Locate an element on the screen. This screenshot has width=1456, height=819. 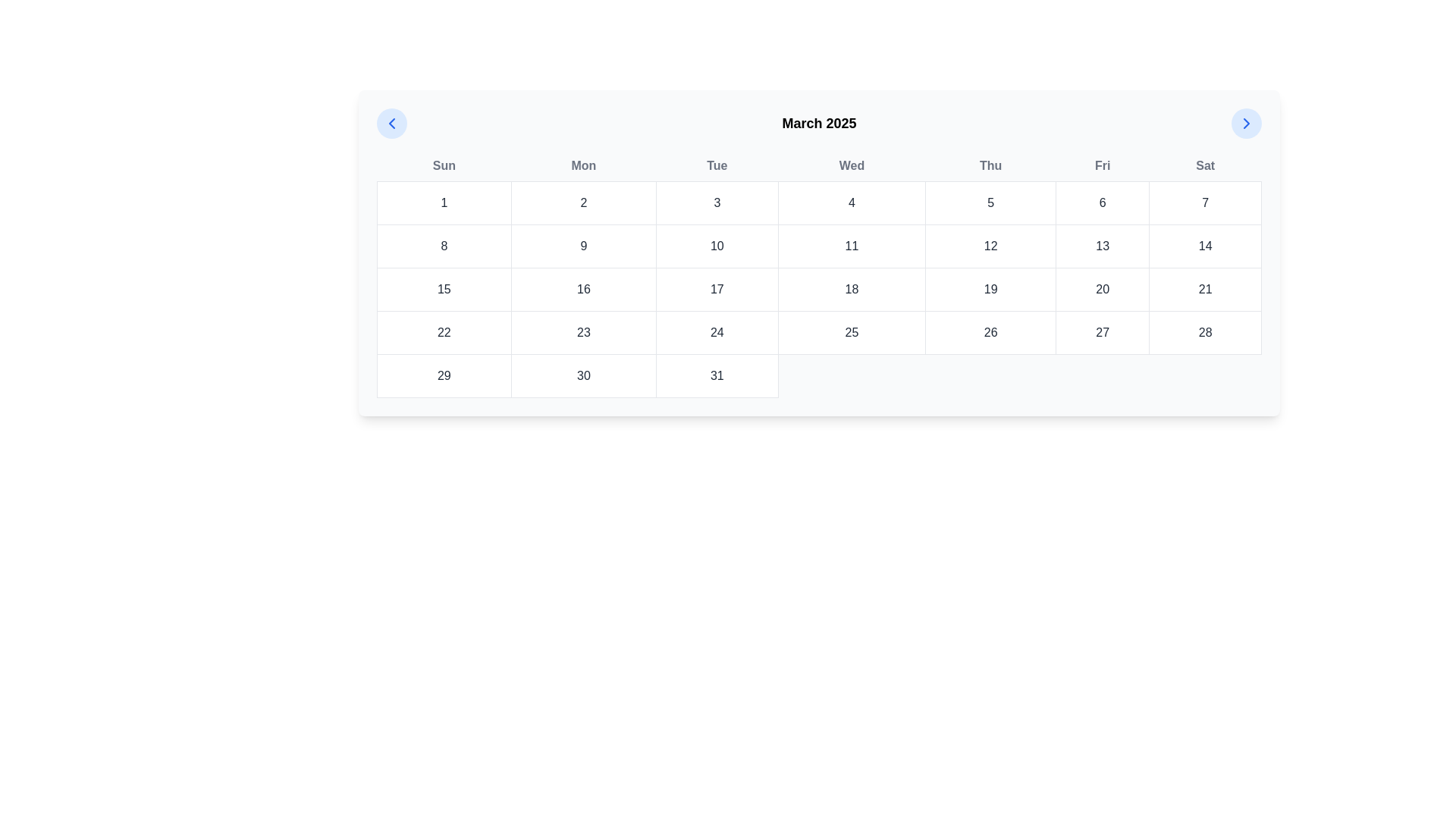
the leftward chevron icon in the navigation group located to the left of the calendar heading to trigger the hover state effect is located at coordinates (392, 122).